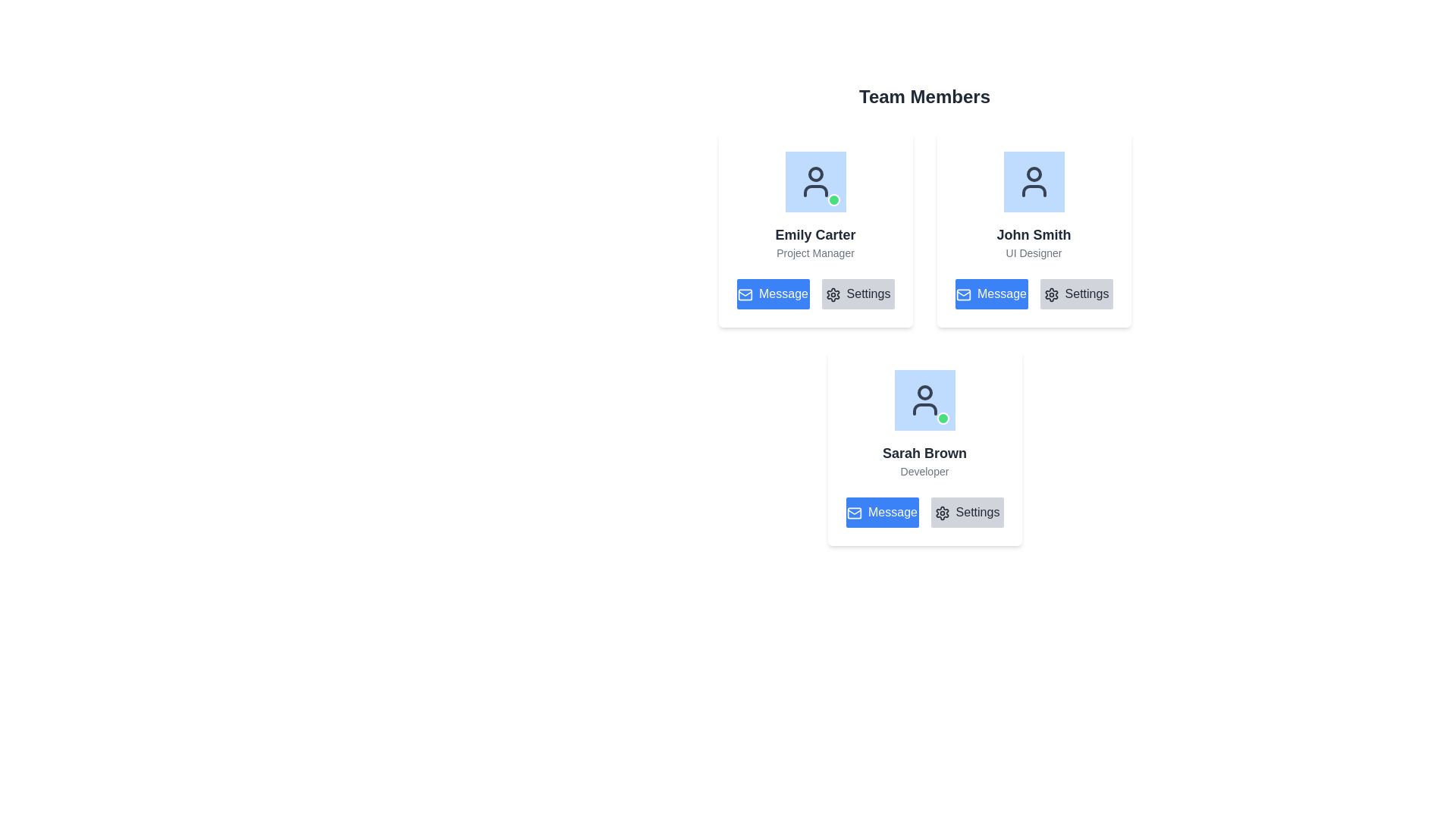 The width and height of the screenshot is (1456, 819). What do you see at coordinates (1050, 294) in the screenshot?
I see `the cogwheel icon within the 'Settings' button located beneath the profile card of 'John Smith - UI Designer'` at bounding box center [1050, 294].